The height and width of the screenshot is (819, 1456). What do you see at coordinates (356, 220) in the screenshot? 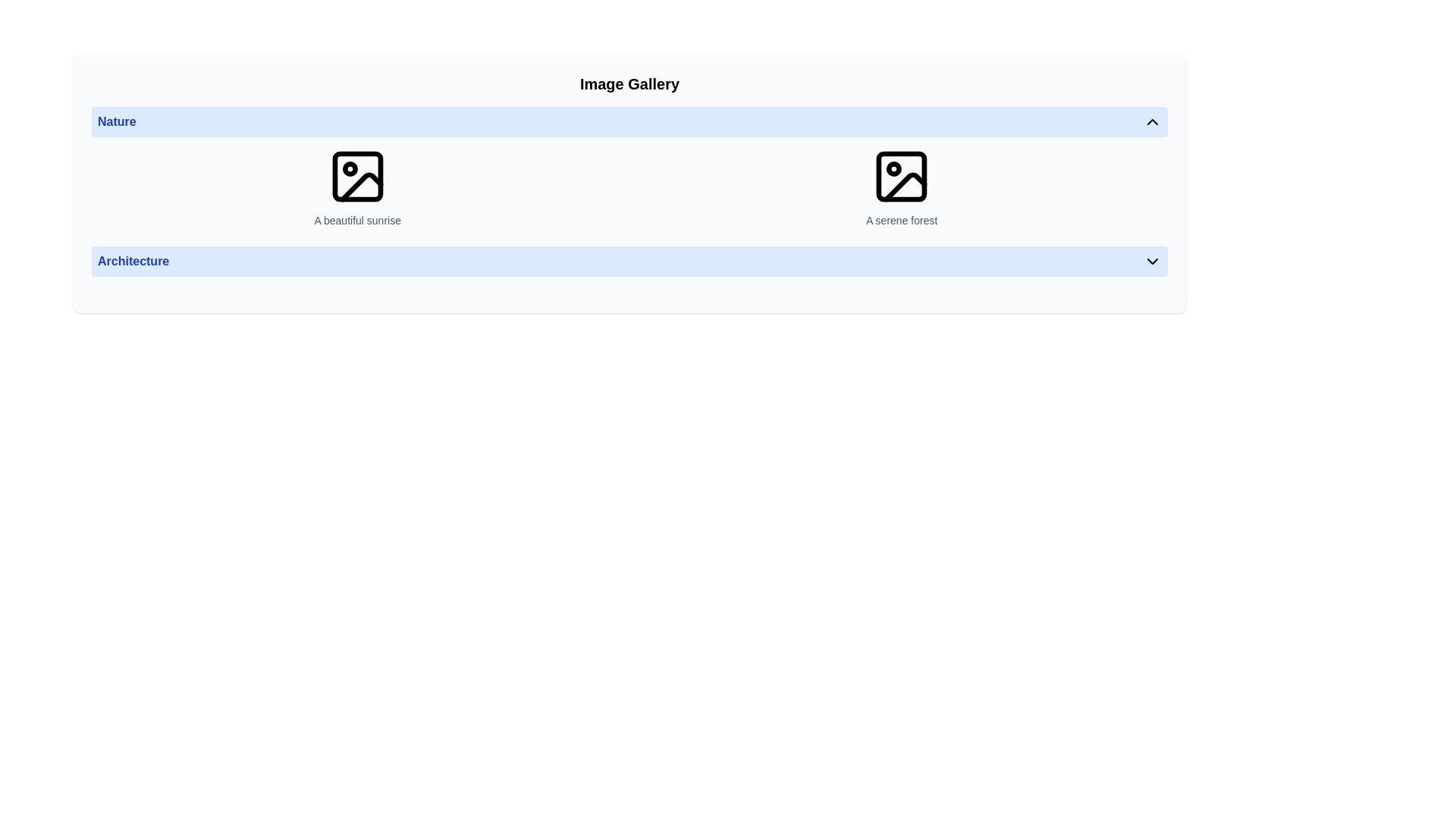
I see `the text element that reads 'A beautiful sunrise' located below the image icon in the 'Nature' category of the 'Image Gallery'` at bounding box center [356, 220].